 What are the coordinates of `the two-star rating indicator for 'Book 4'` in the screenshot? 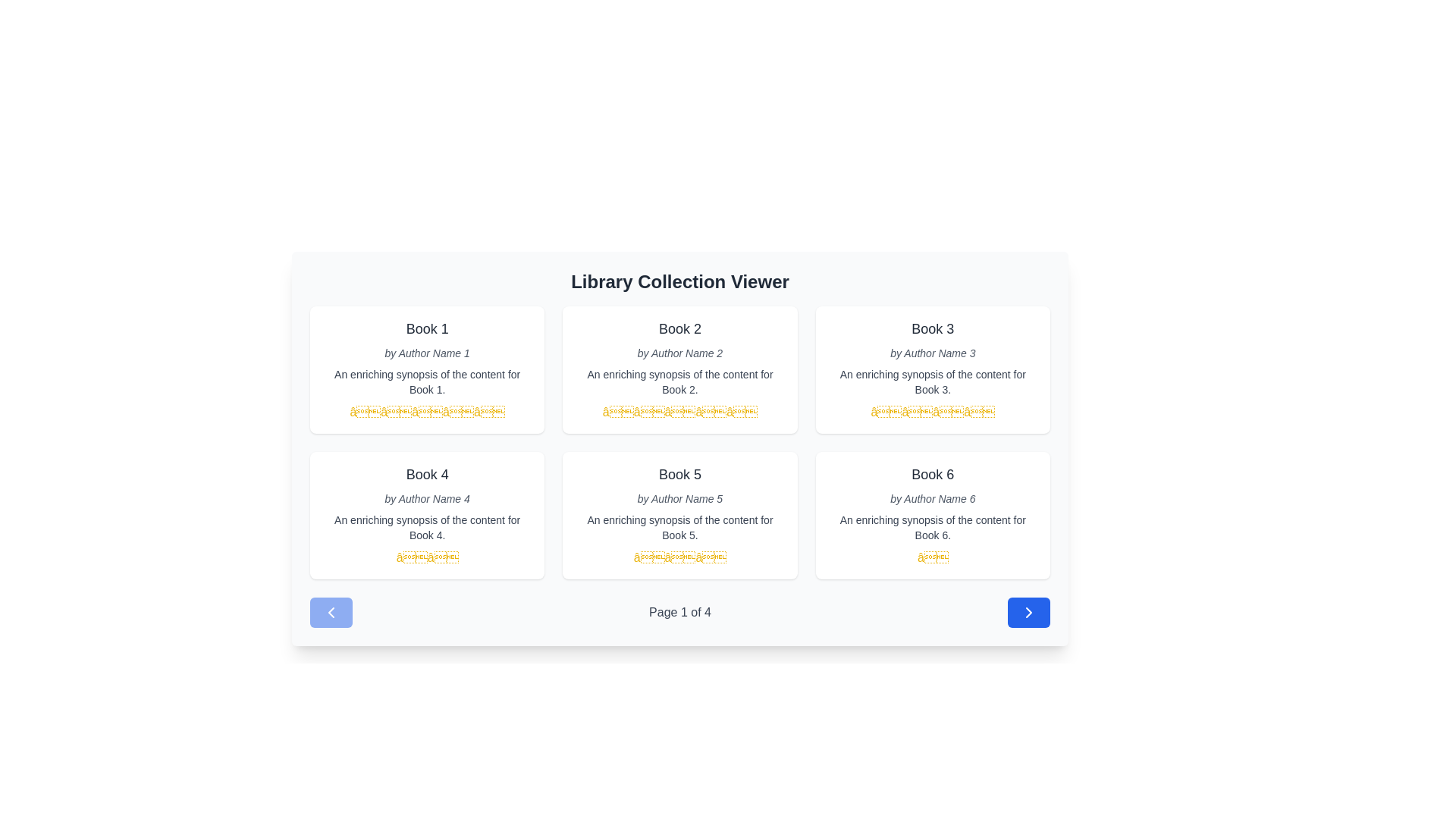 It's located at (426, 558).